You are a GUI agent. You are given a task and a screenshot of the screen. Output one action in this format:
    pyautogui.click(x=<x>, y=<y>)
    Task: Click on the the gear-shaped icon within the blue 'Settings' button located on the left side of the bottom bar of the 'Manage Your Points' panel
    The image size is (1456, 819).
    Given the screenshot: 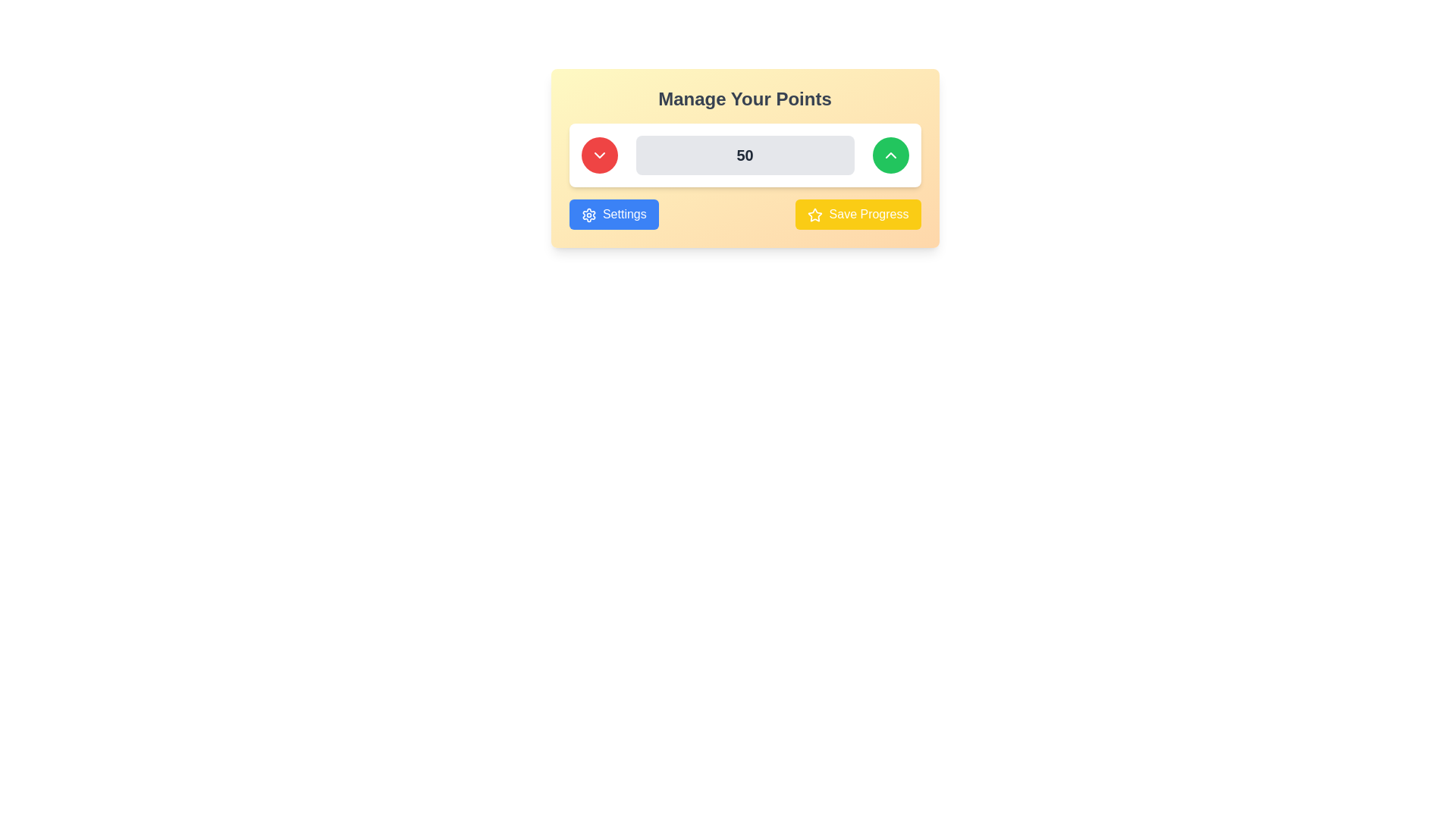 What is the action you would take?
    pyautogui.click(x=588, y=215)
    